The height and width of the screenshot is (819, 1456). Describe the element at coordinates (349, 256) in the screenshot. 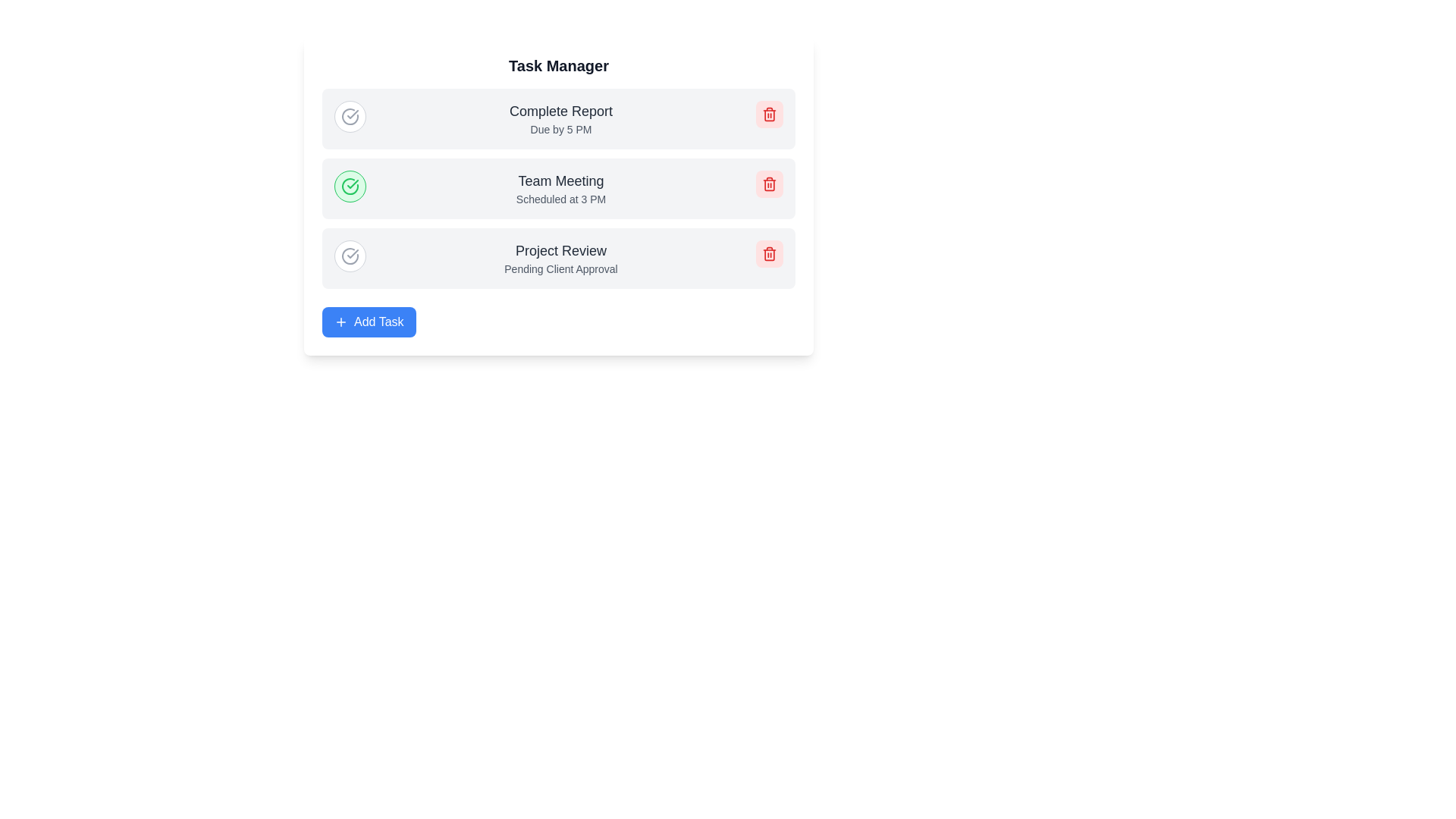

I see `the SVG element representing the partial circular shape located to the left of the 'Team Meeting' label in the second row of the task list` at that location.